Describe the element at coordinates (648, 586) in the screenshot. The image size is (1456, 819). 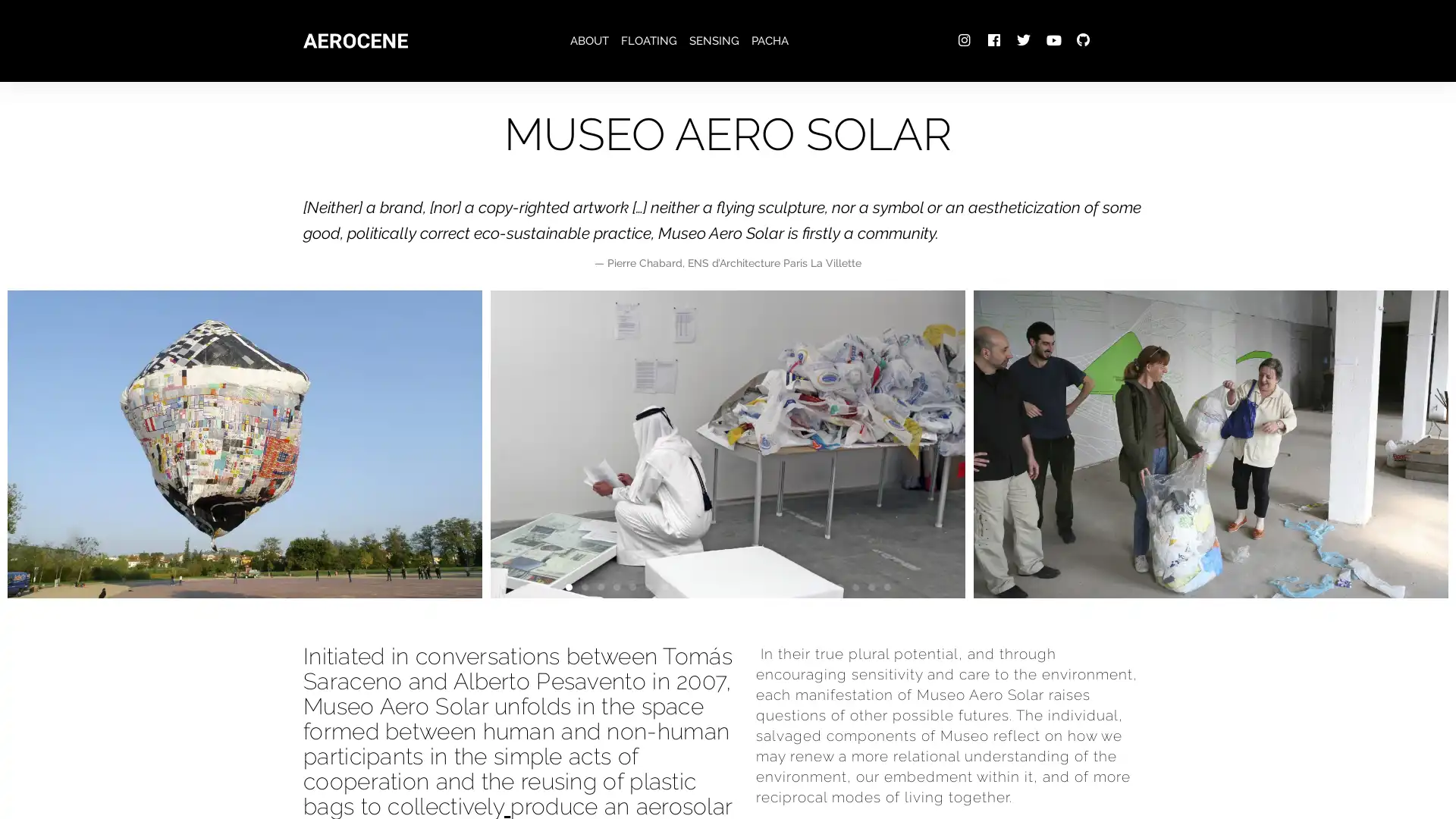
I see `Go to slide 6` at that location.